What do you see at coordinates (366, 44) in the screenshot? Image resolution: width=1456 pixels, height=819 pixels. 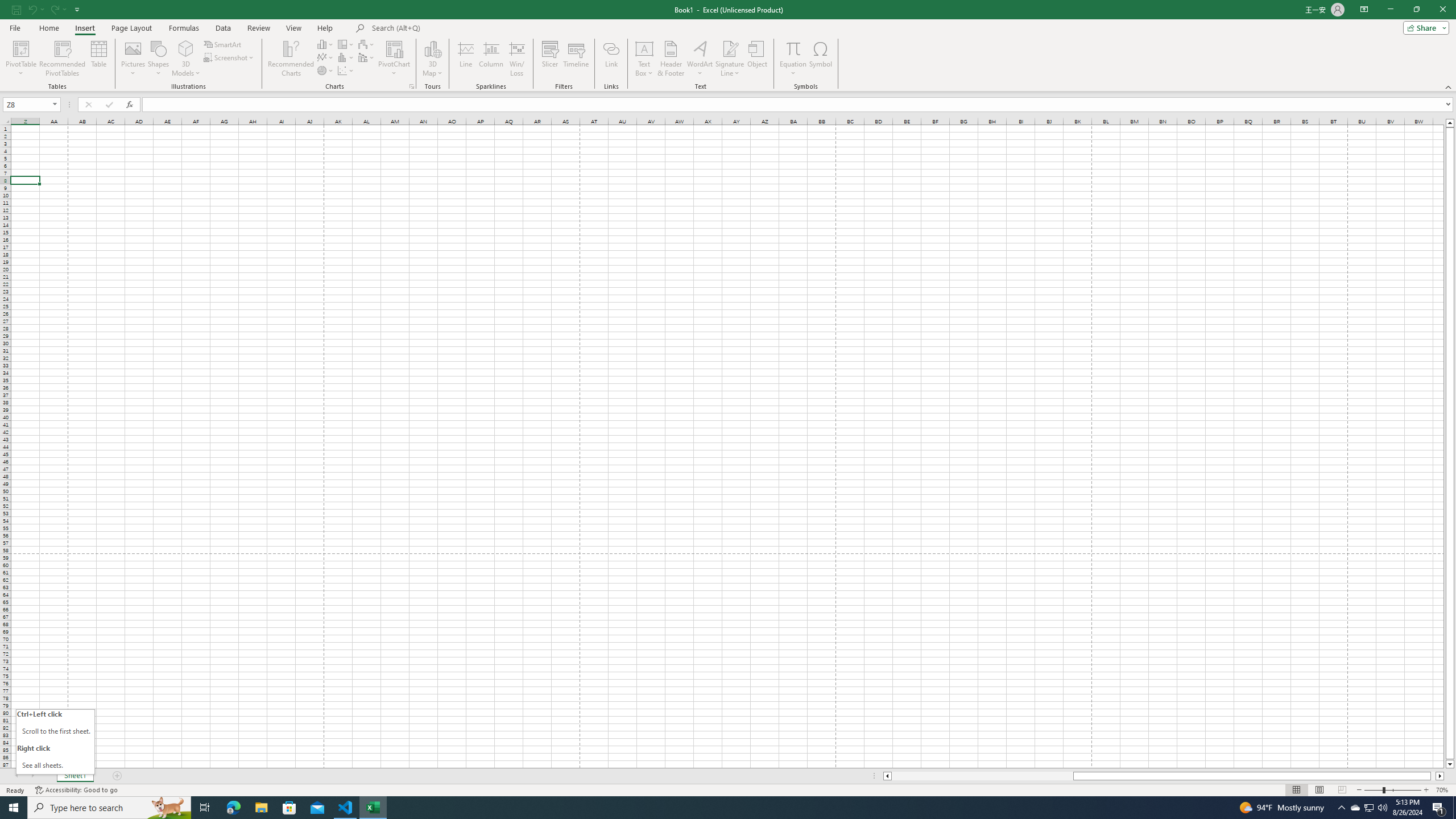 I see `'Insert Waterfall, Funnel, Stock, Surface, or Radar Chart'` at bounding box center [366, 44].